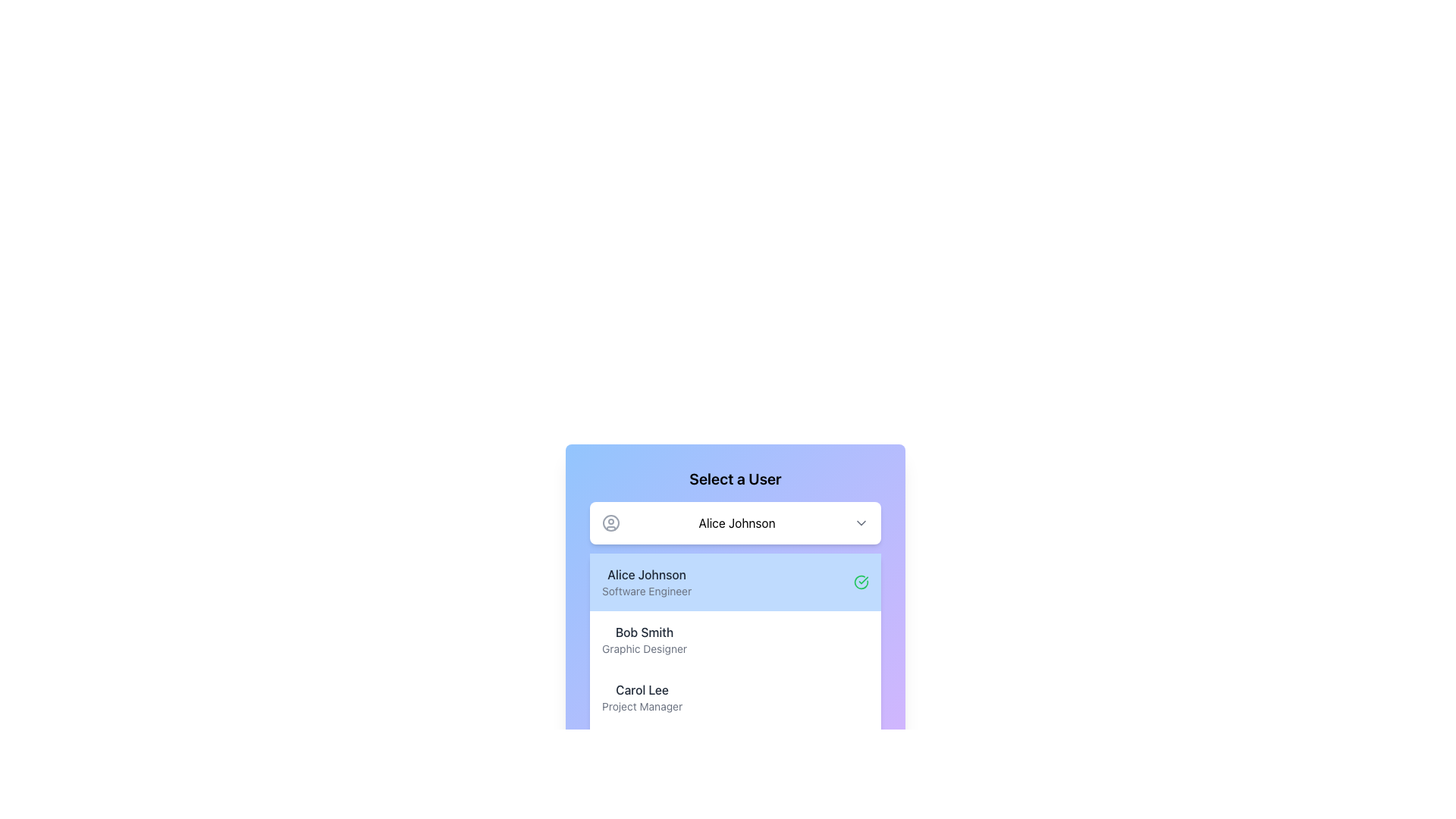 The image size is (1456, 819). Describe the element at coordinates (735, 522) in the screenshot. I see `the dropdown trigger labeled 'Alice Johnson'` at that location.